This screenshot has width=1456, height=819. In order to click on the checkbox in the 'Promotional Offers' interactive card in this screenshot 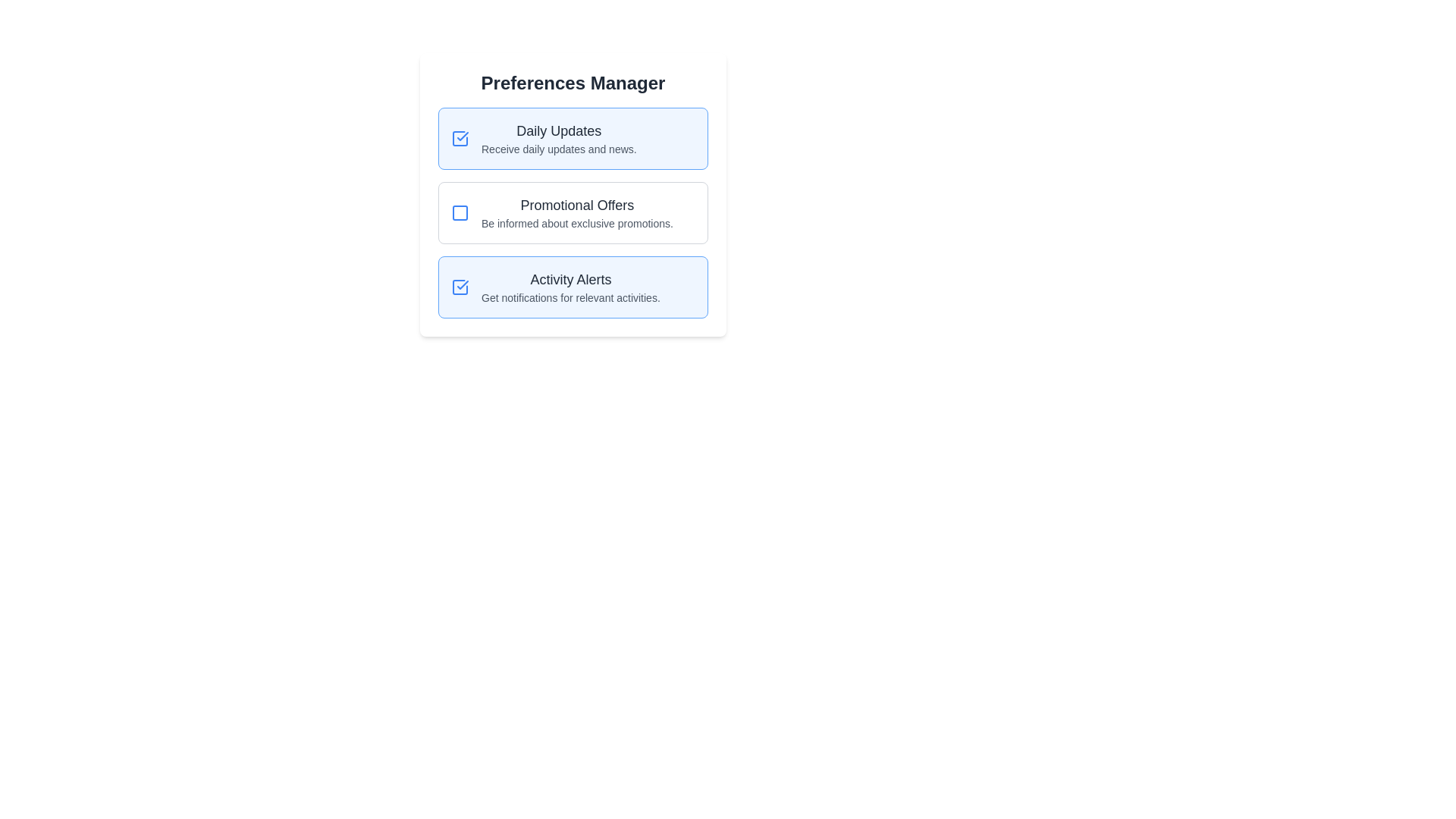, I will do `click(572, 213)`.